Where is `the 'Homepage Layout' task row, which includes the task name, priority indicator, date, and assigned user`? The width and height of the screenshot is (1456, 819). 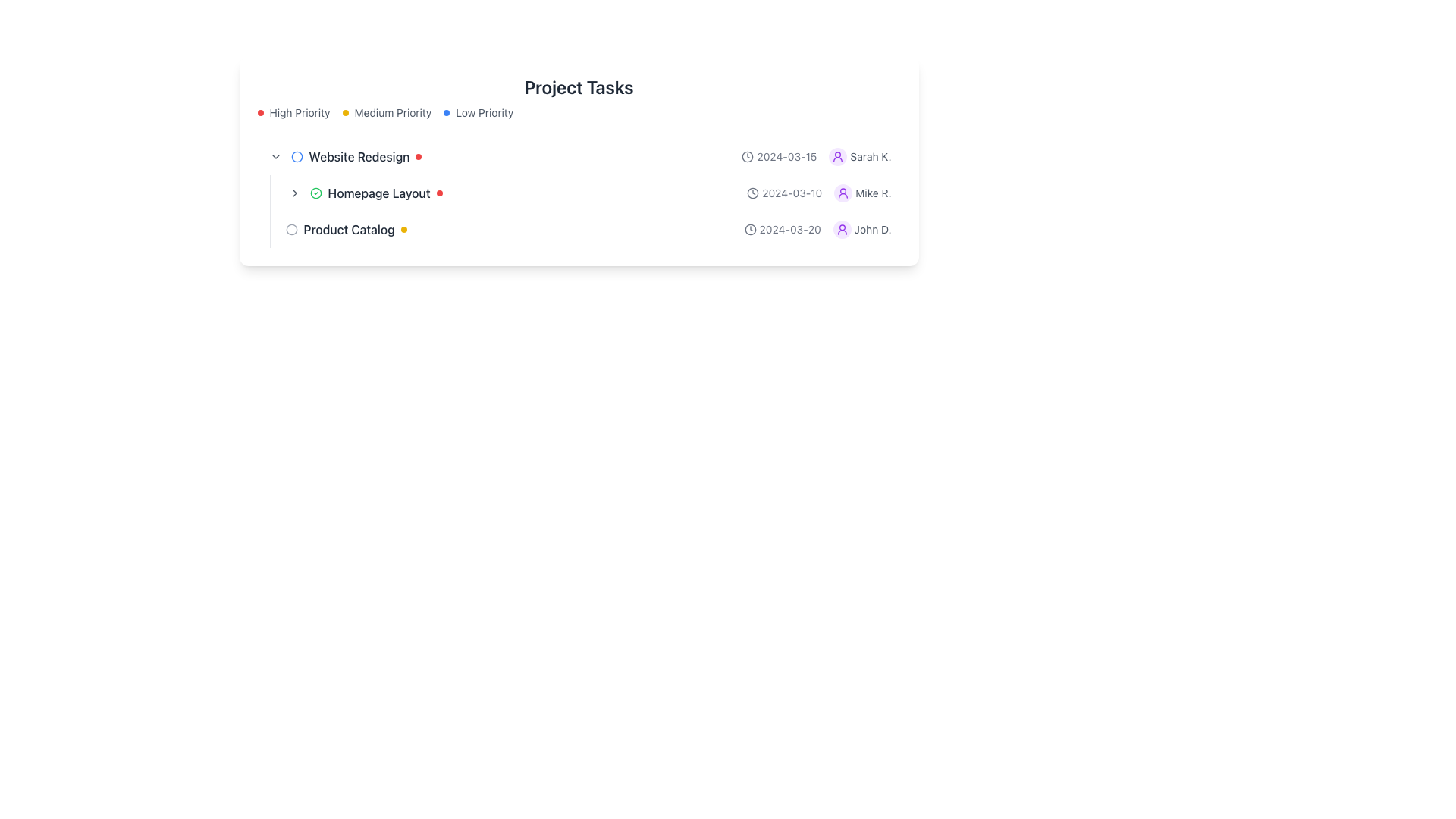 the 'Homepage Layout' task row, which includes the task name, priority indicator, date, and assigned user is located at coordinates (588, 192).